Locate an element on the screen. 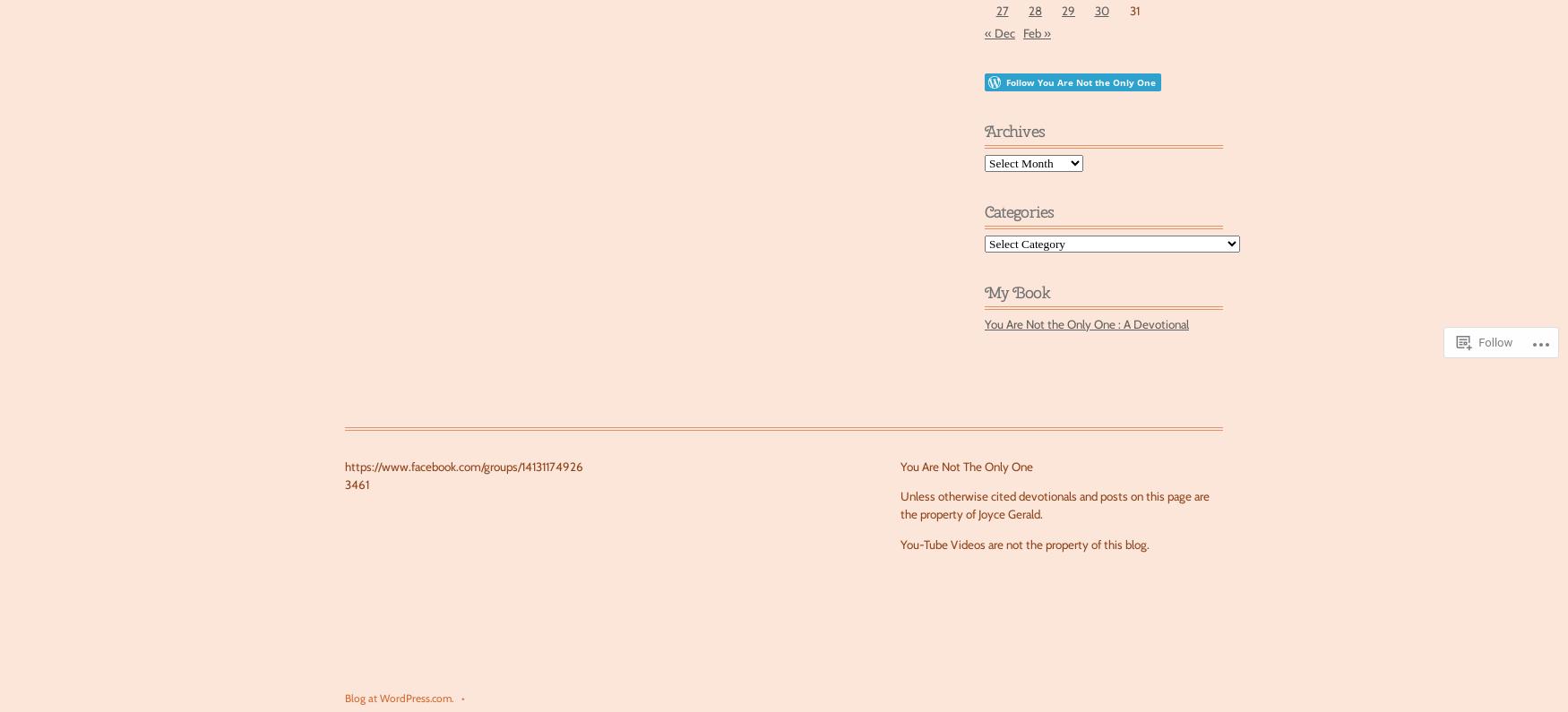  '29' is located at coordinates (1068, 10).